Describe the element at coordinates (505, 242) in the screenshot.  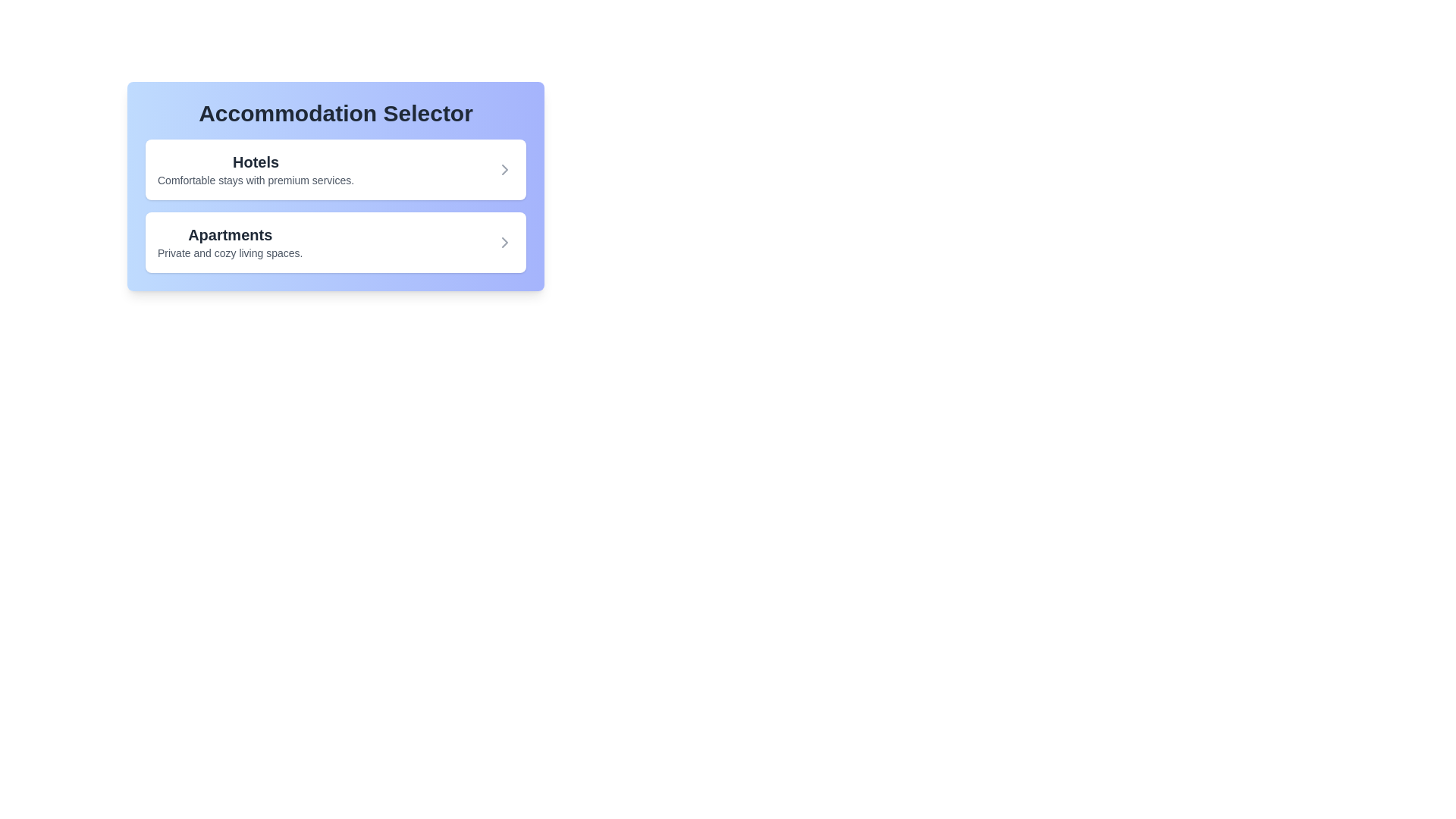
I see `the icon located in the 'Apartments' section, aligned to the far right under the 'Accommodation Selector' heading` at that location.